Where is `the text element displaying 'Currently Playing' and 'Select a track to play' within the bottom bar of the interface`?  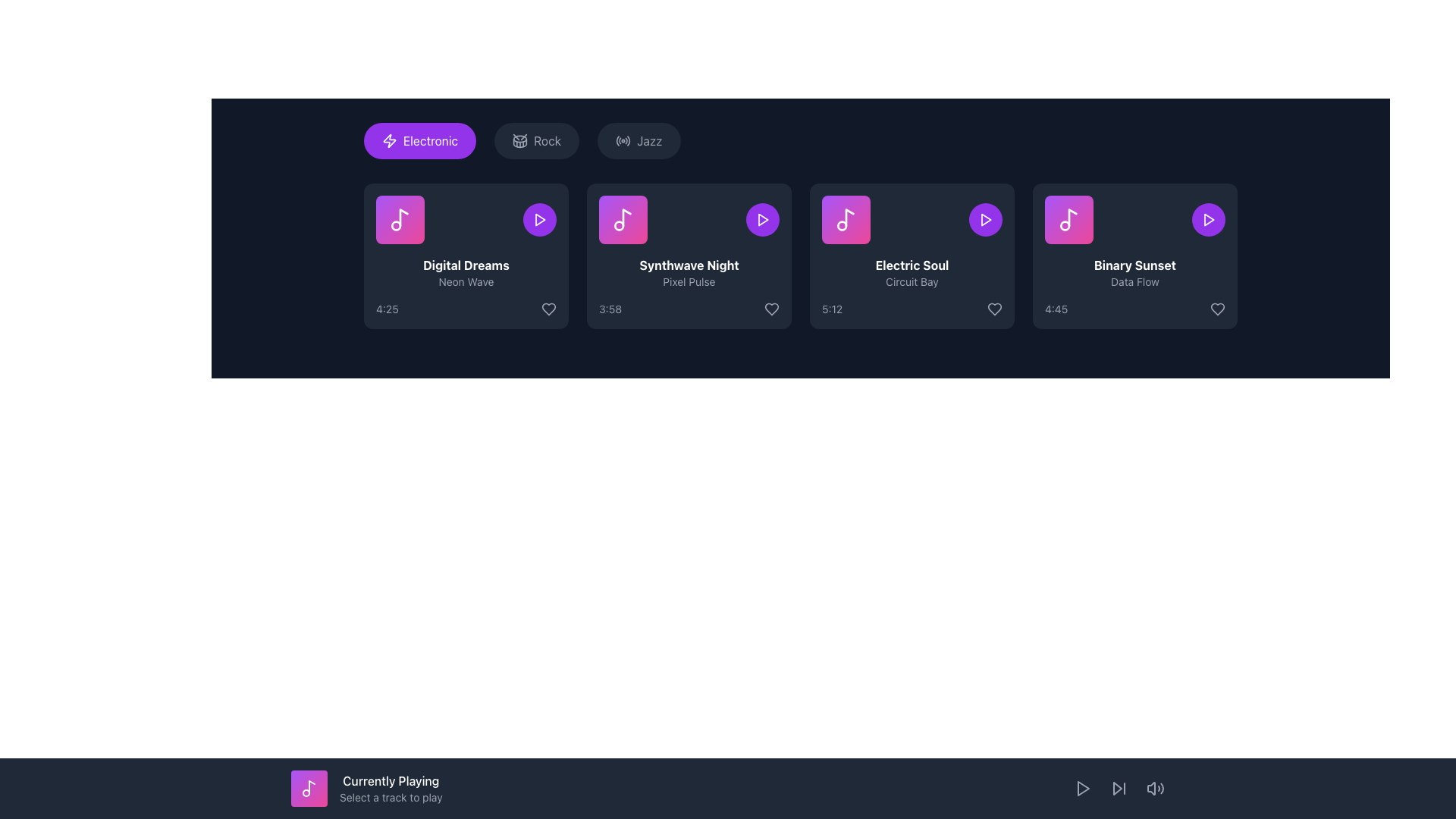
the text element displaying 'Currently Playing' and 'Select a track to play' within the bottom bar of the interface is located at coordinates (391, 788).